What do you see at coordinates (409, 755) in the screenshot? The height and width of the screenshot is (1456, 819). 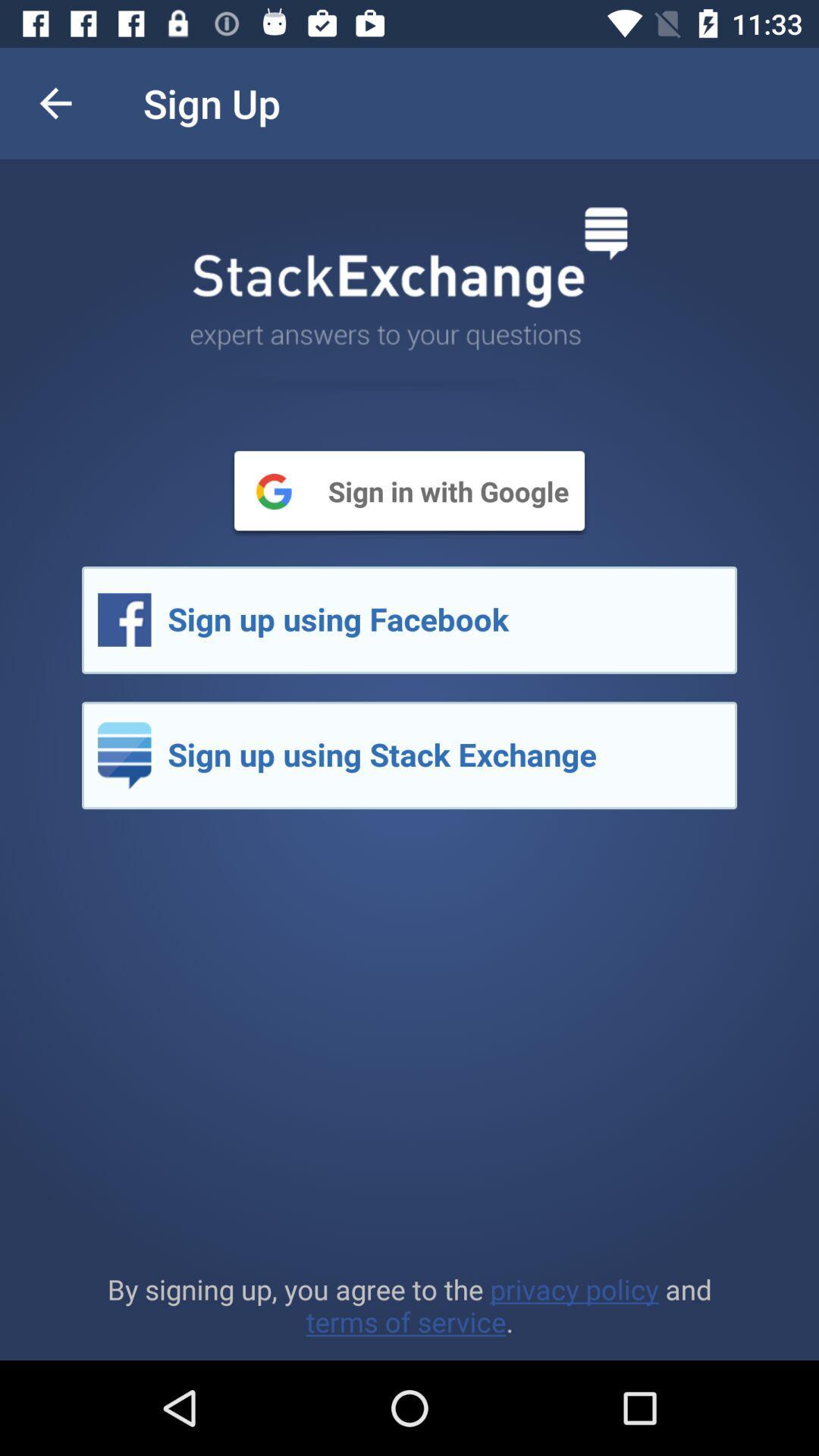 I see `sign up using stack exchange credentials` at bounding box center [409, 755].